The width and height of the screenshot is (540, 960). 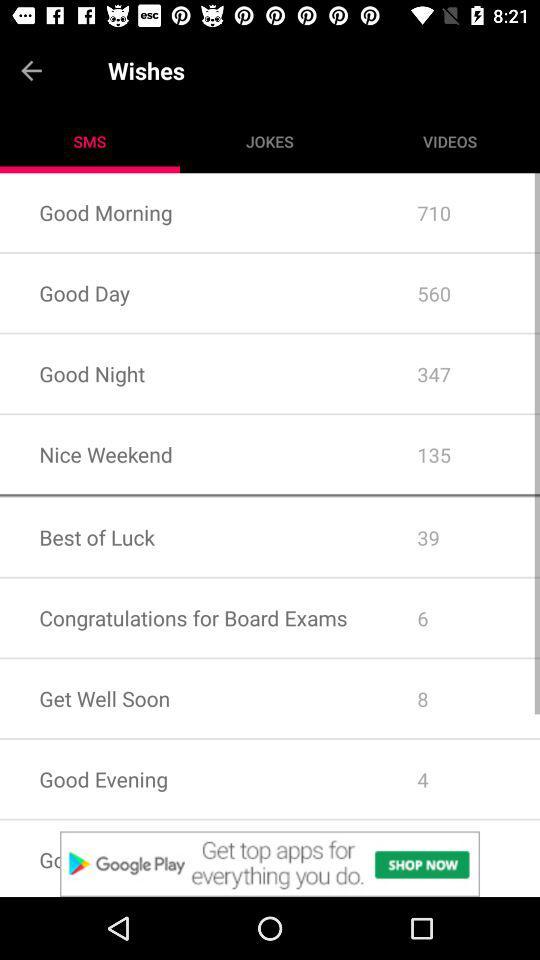 What do you see at coordinates (459, 617) in the screenshot?
I see `the 6 app` at bounding box center [459, 617].